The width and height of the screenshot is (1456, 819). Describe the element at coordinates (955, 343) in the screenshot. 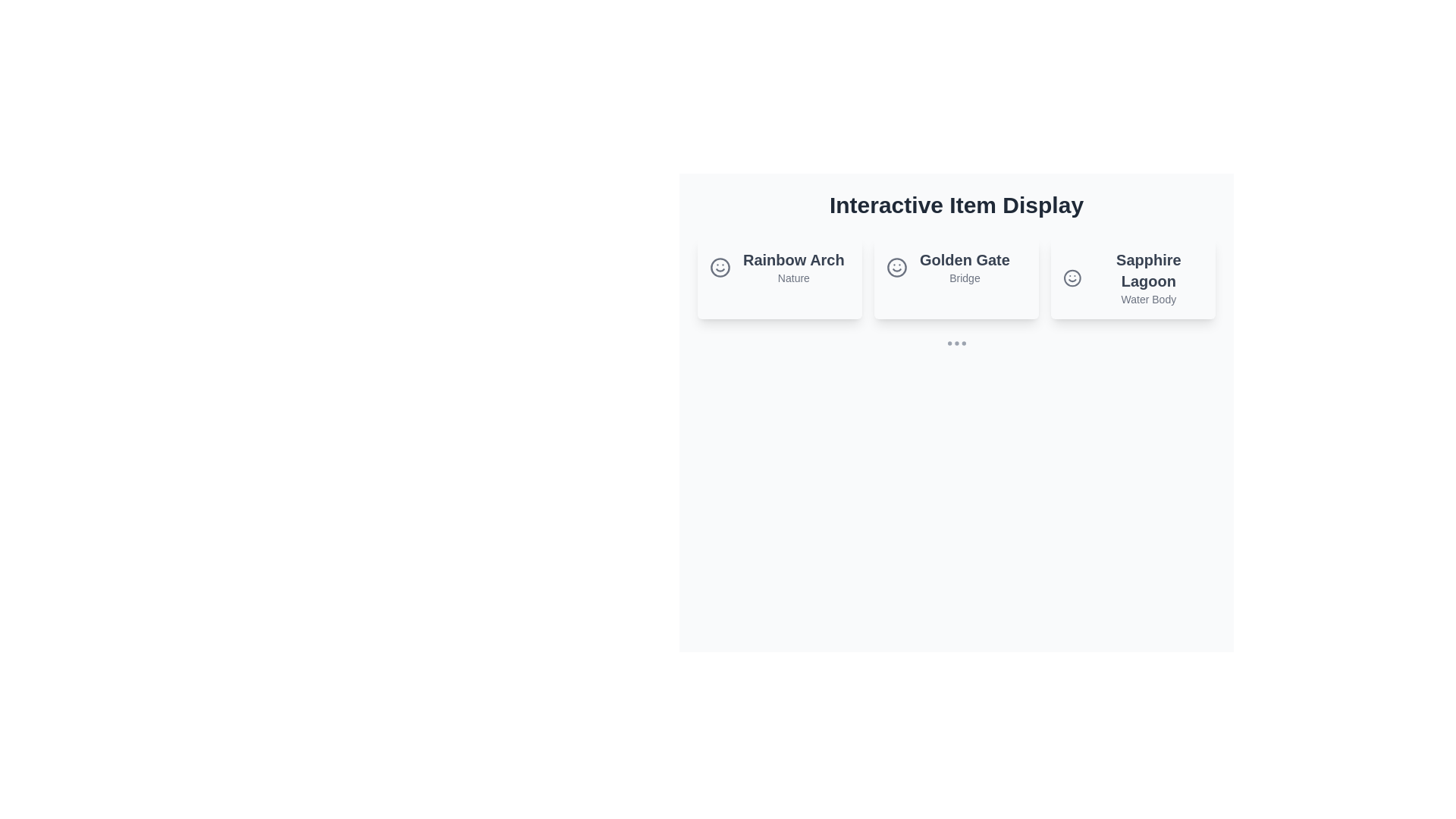

I see `the Ellipsis icon located below the 'Golden Gate Bridge' card, which indicates additional functionalities or options in the interface` at that location.